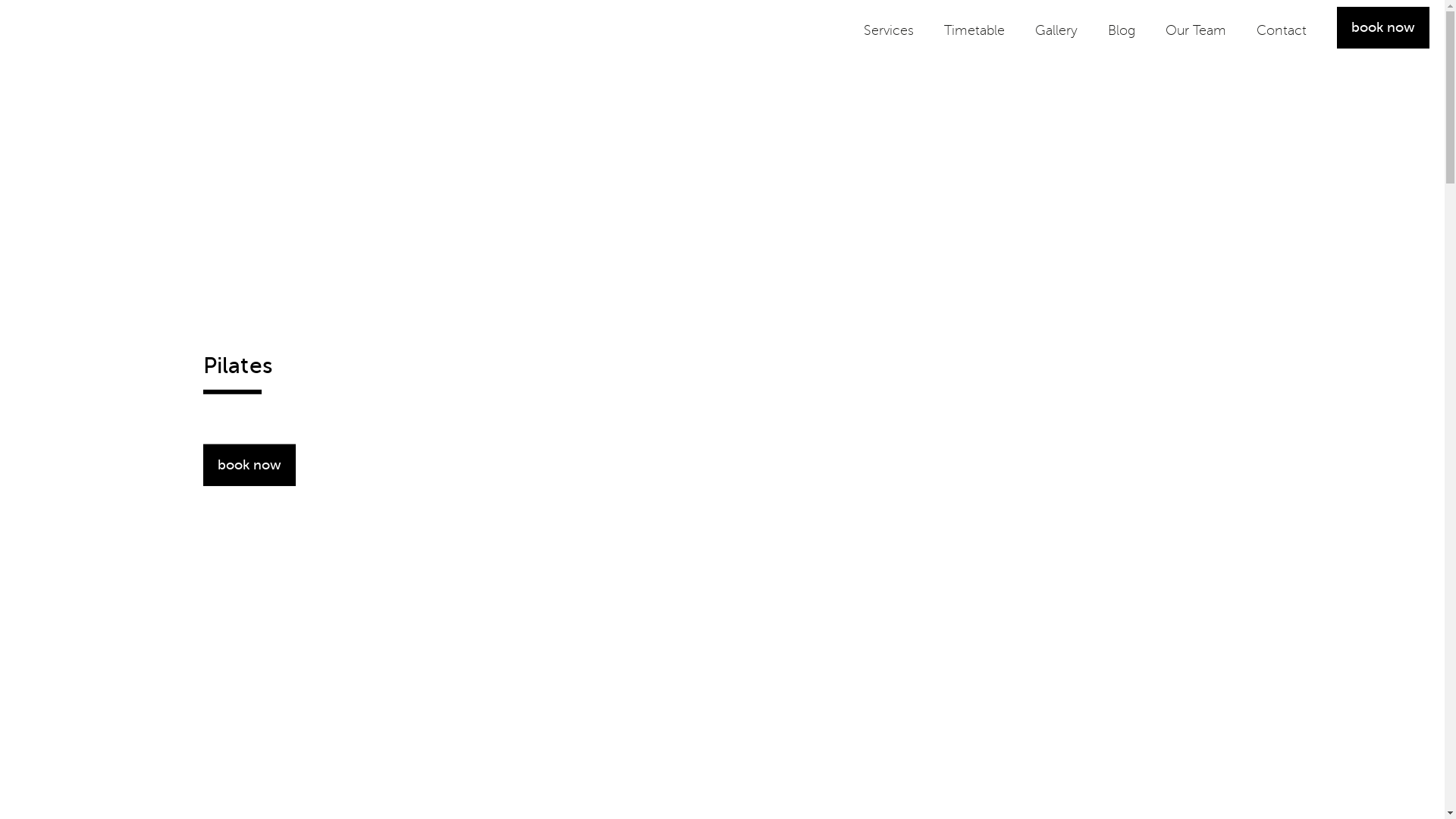  What do you see at coordinates (888, 33) in the screenshot?
I see `'Services'` at bounding box center [888, 33].